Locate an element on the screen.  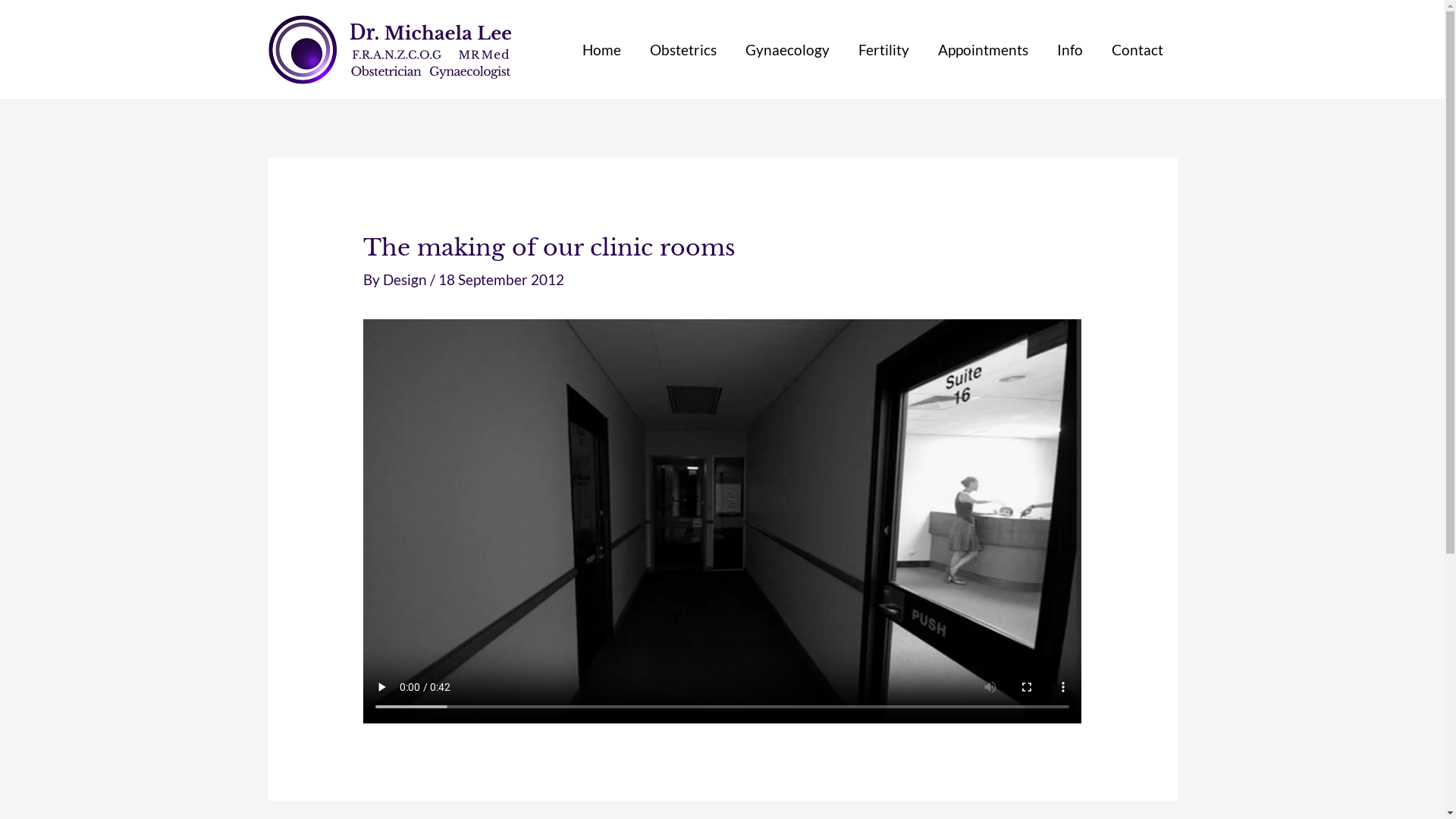
'Obstetrics' is located at coordinates (682, 49).